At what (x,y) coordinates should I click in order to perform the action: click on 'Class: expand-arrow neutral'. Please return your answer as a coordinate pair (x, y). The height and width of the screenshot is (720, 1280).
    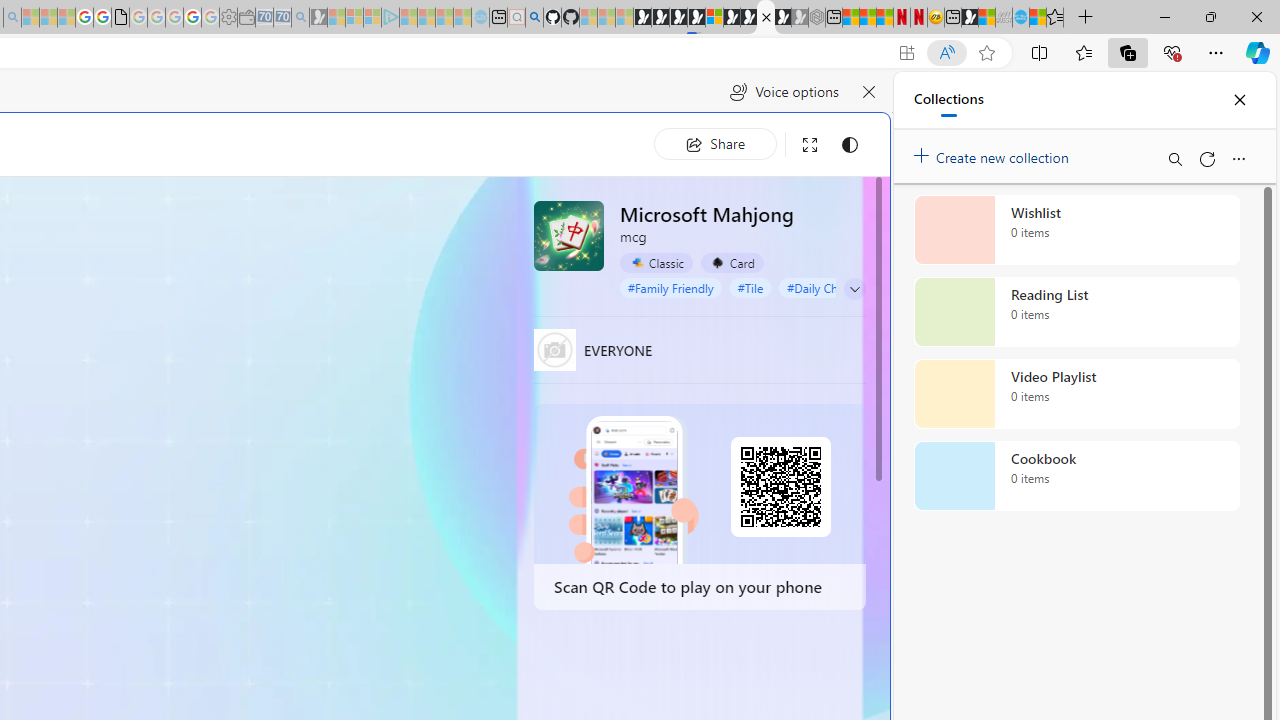
    Looking at the image, I should click on (855, 289).